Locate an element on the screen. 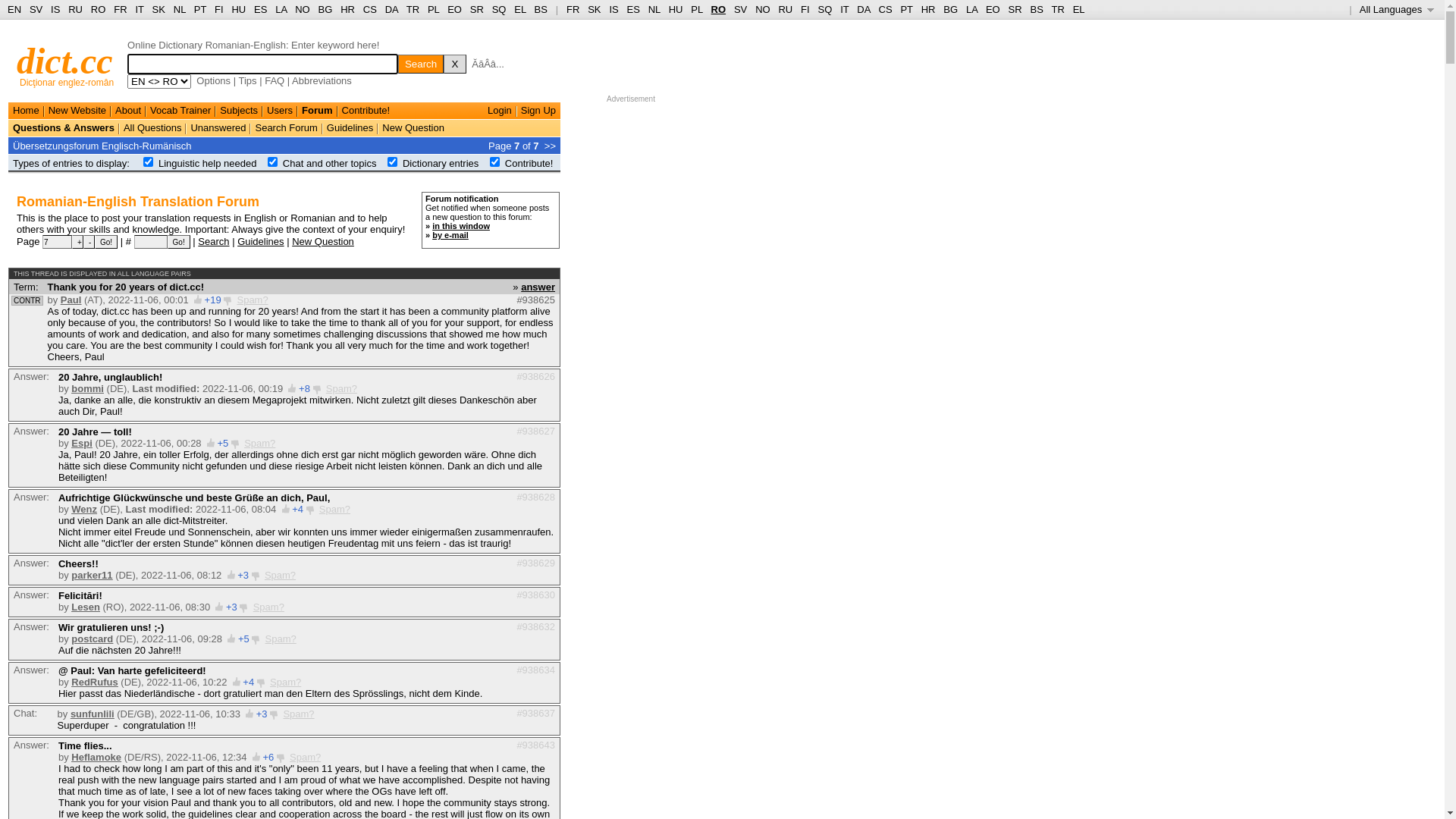 The height and width of the screenshot is (819, 1456). 'New Website' is located at coordinates (76, 109).